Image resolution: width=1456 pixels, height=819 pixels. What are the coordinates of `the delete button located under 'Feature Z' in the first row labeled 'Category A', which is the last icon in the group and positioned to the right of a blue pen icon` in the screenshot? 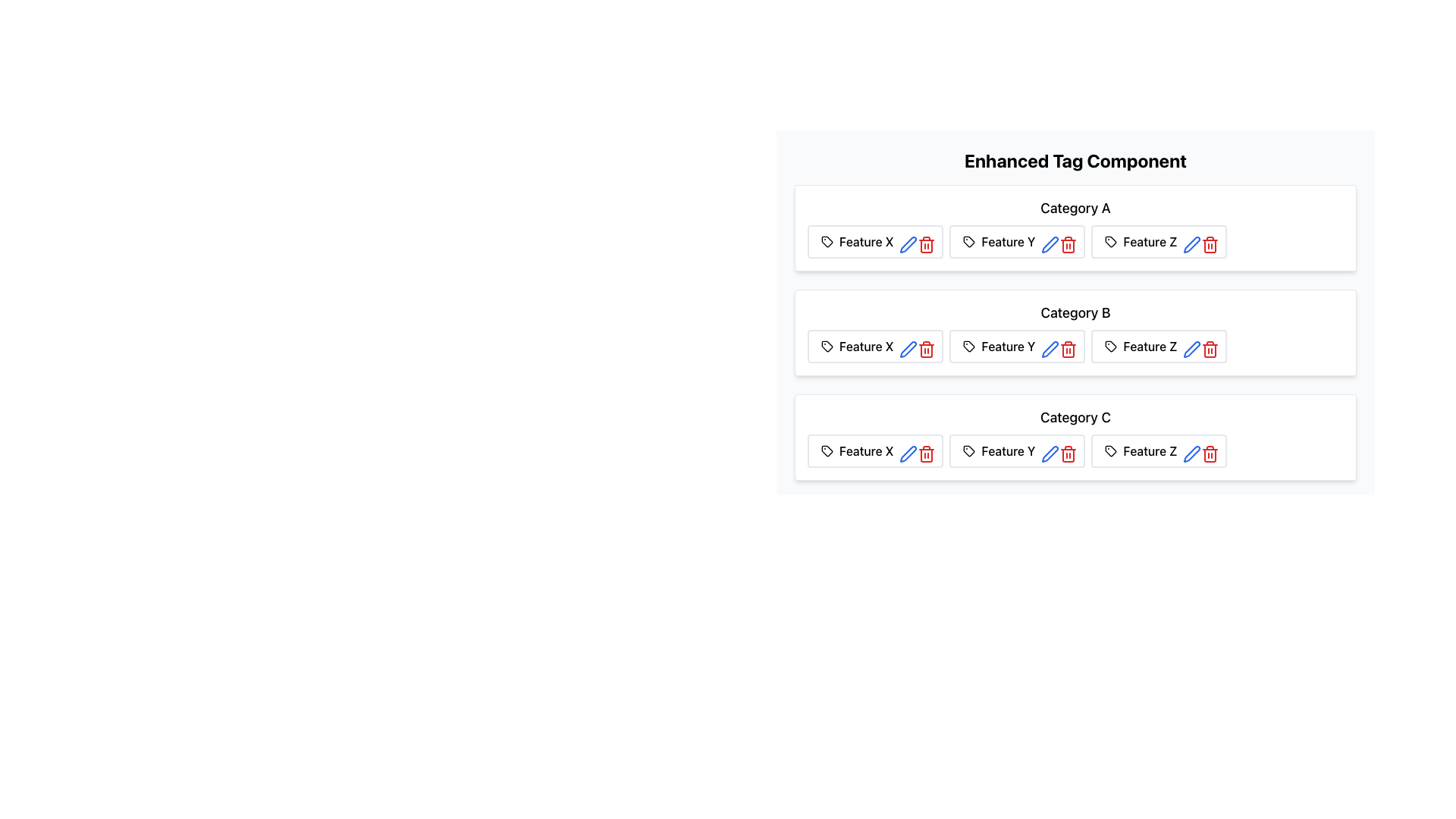 It's located at (1207, 241).